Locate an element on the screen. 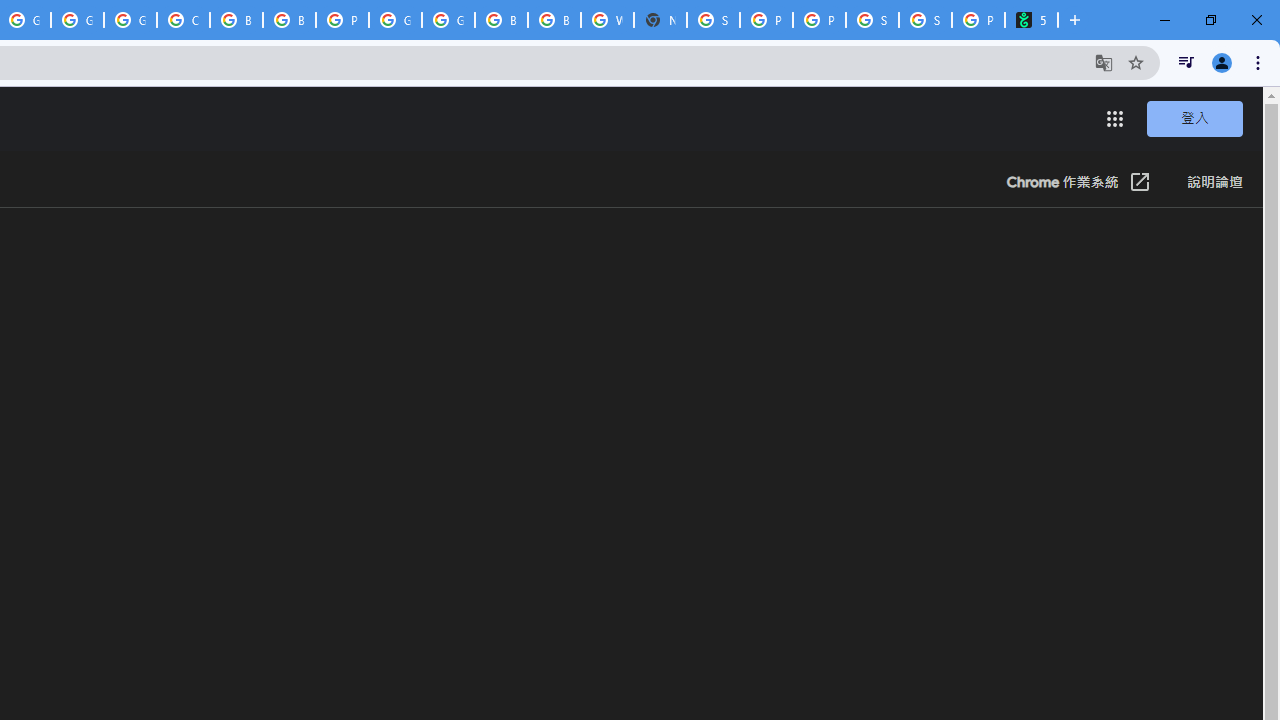 The height and width of the screenshot is (720, 1280). 'Browse Chrome as a guest - Computer - Google Chrome Help' is located at coordinates (288, 20).